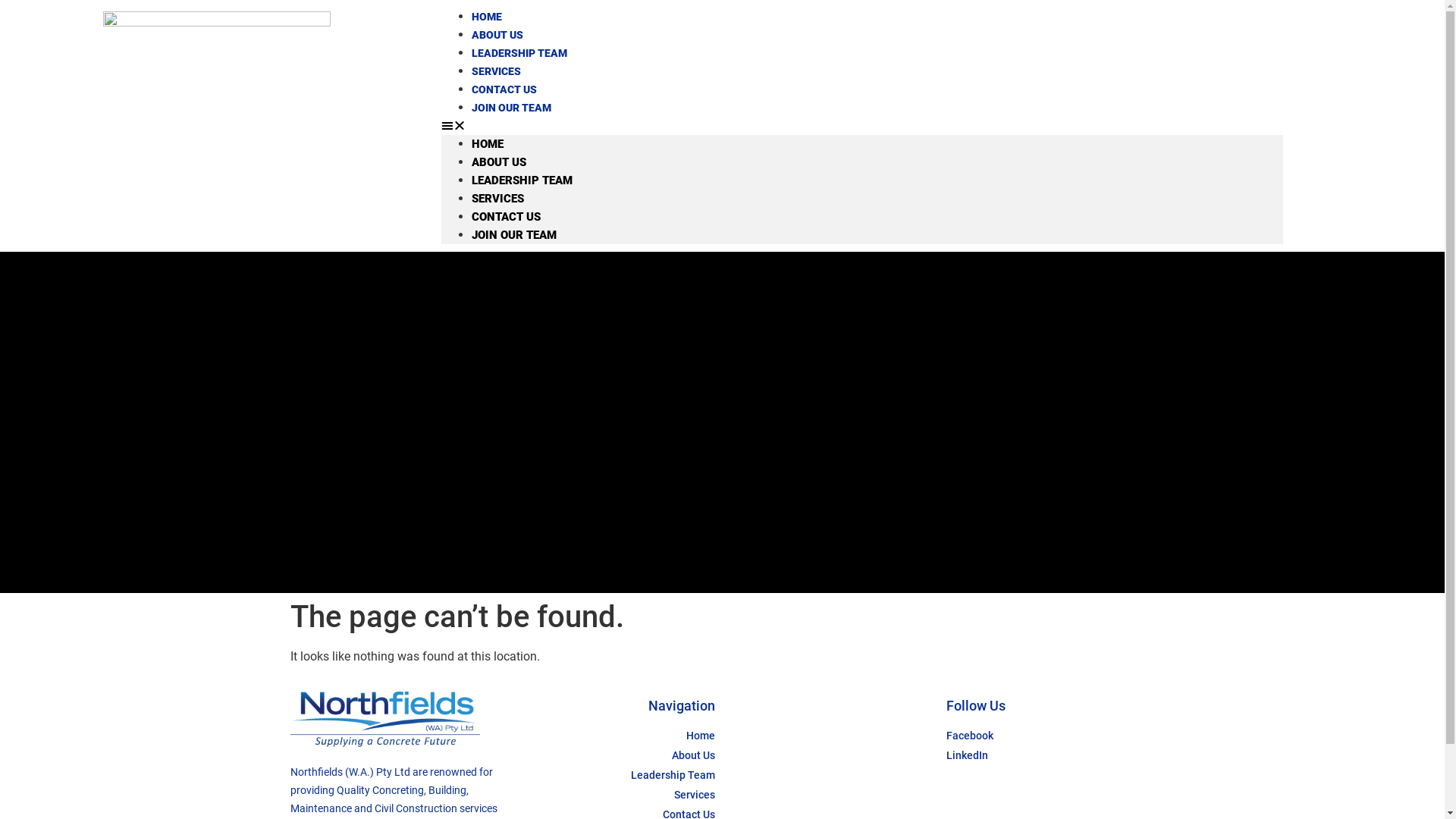 The image size is (1456, 819). Describe the element at coordinates (513, 755) in the screenshot. I see `'About Us'` at that location.